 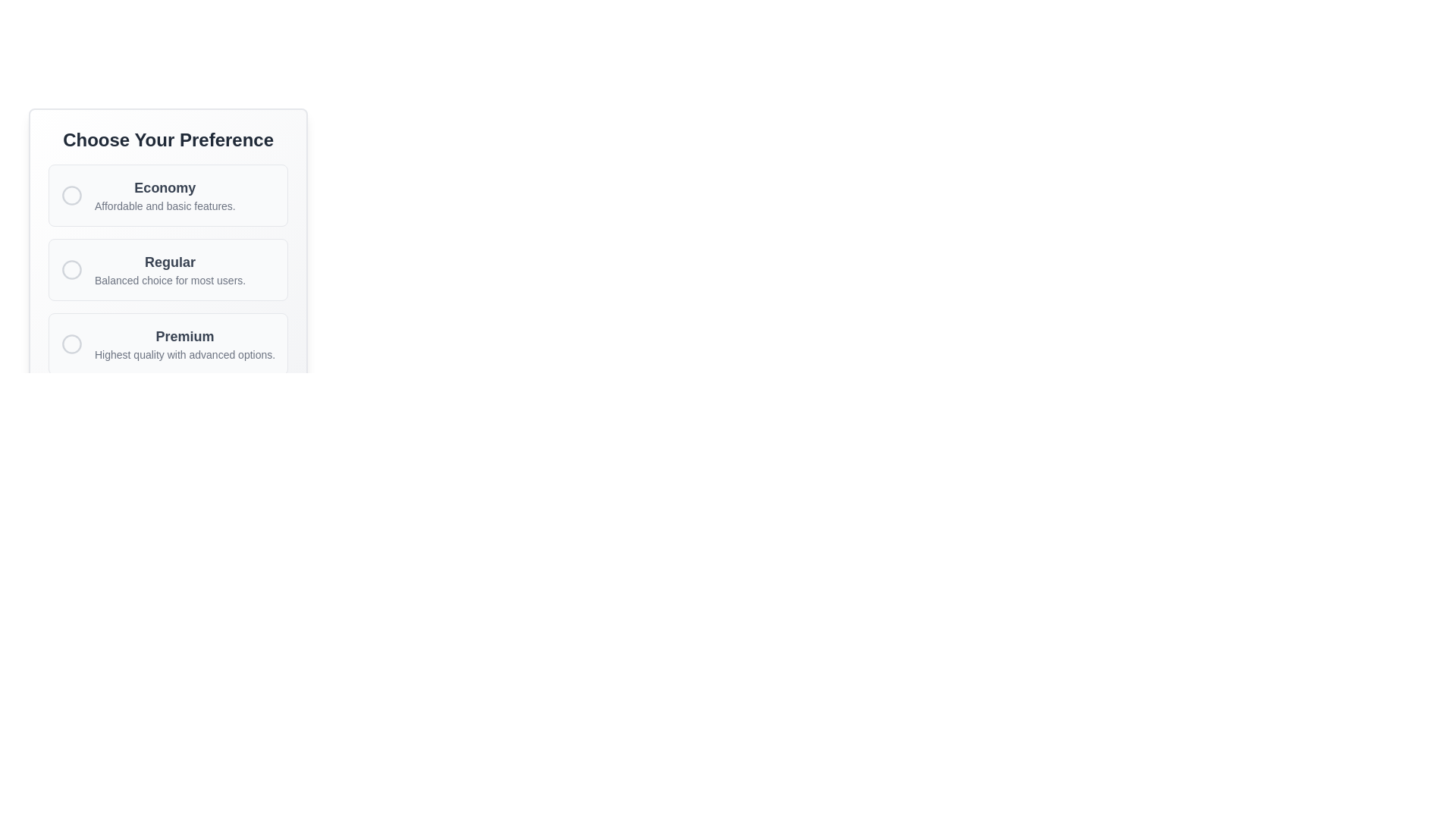 What do you see at coordinates (170, 268) in the screenshot?
I see `the 'Regular' text label which is the second choice option in the selection list under 'Choose Your Preference'` at bounding box center [170, 268].